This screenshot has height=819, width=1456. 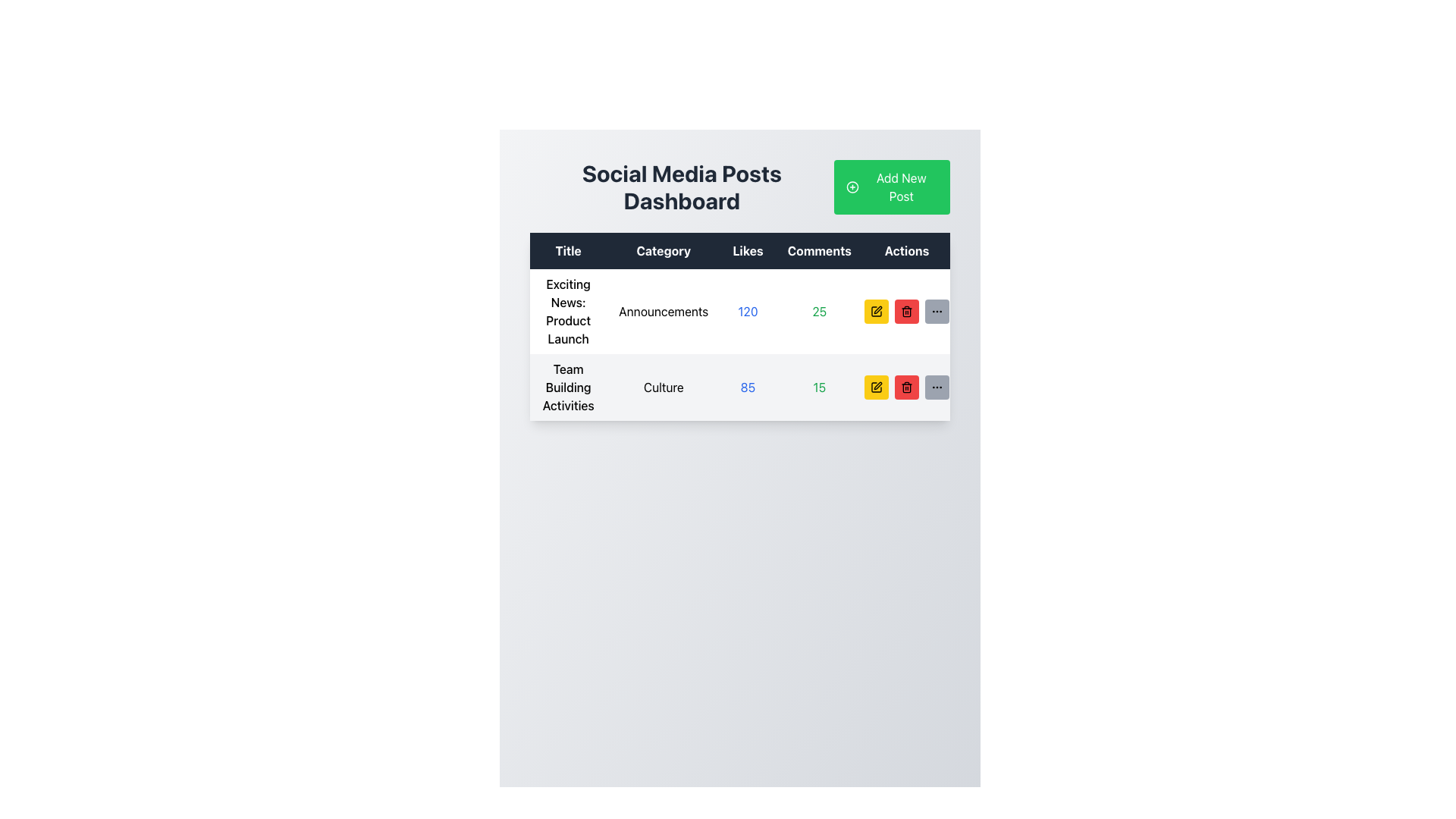 I want to click on the red rectangular delete button with a white trash bin icon, located in the 'Actions' column of the 'Team Building Activities' row, which is the second button among three action buttons, so click(x=906, y=386).